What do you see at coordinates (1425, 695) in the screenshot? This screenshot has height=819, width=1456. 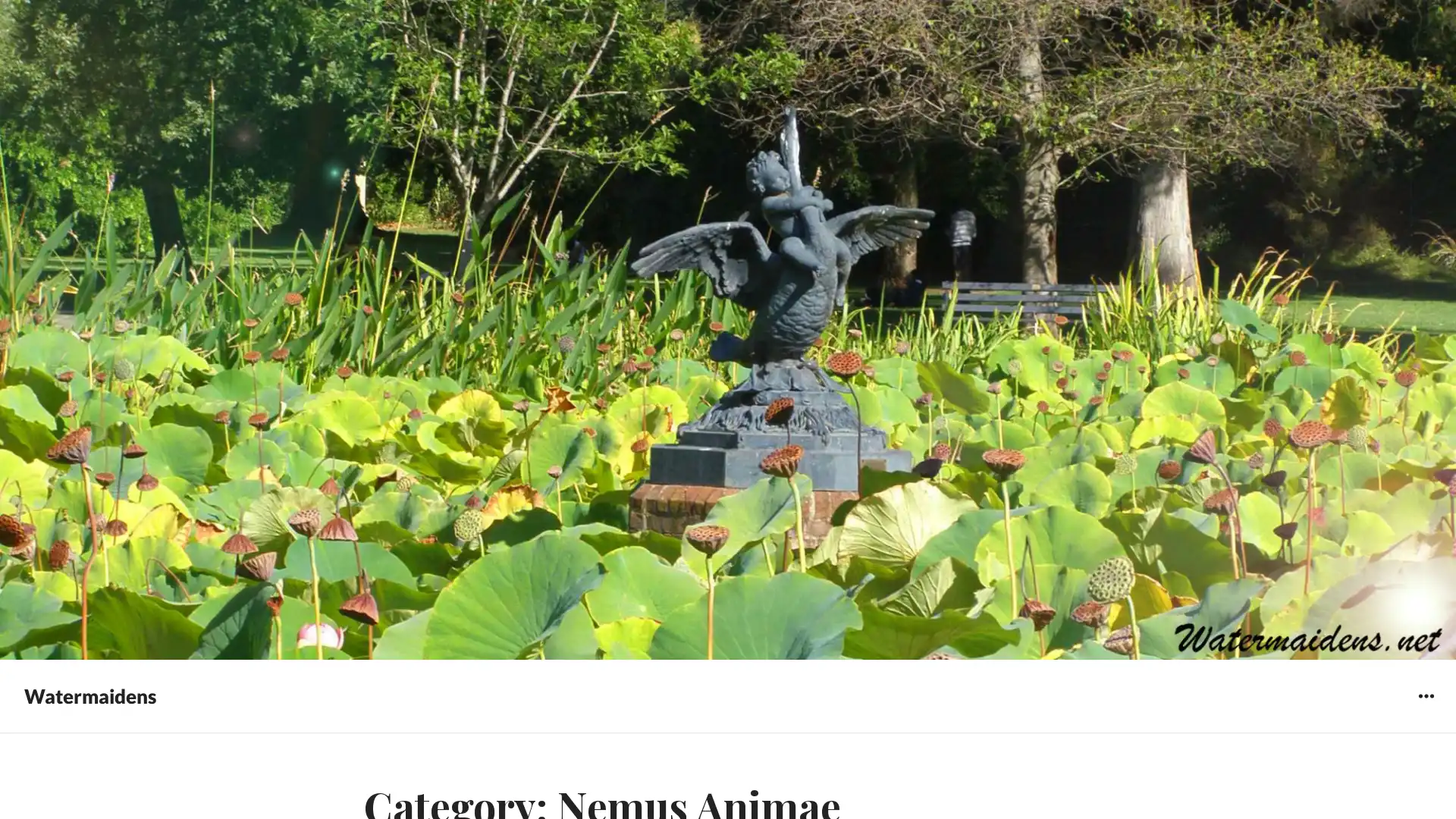 I see `WIDGETS` at bounding box center [1425, 695].